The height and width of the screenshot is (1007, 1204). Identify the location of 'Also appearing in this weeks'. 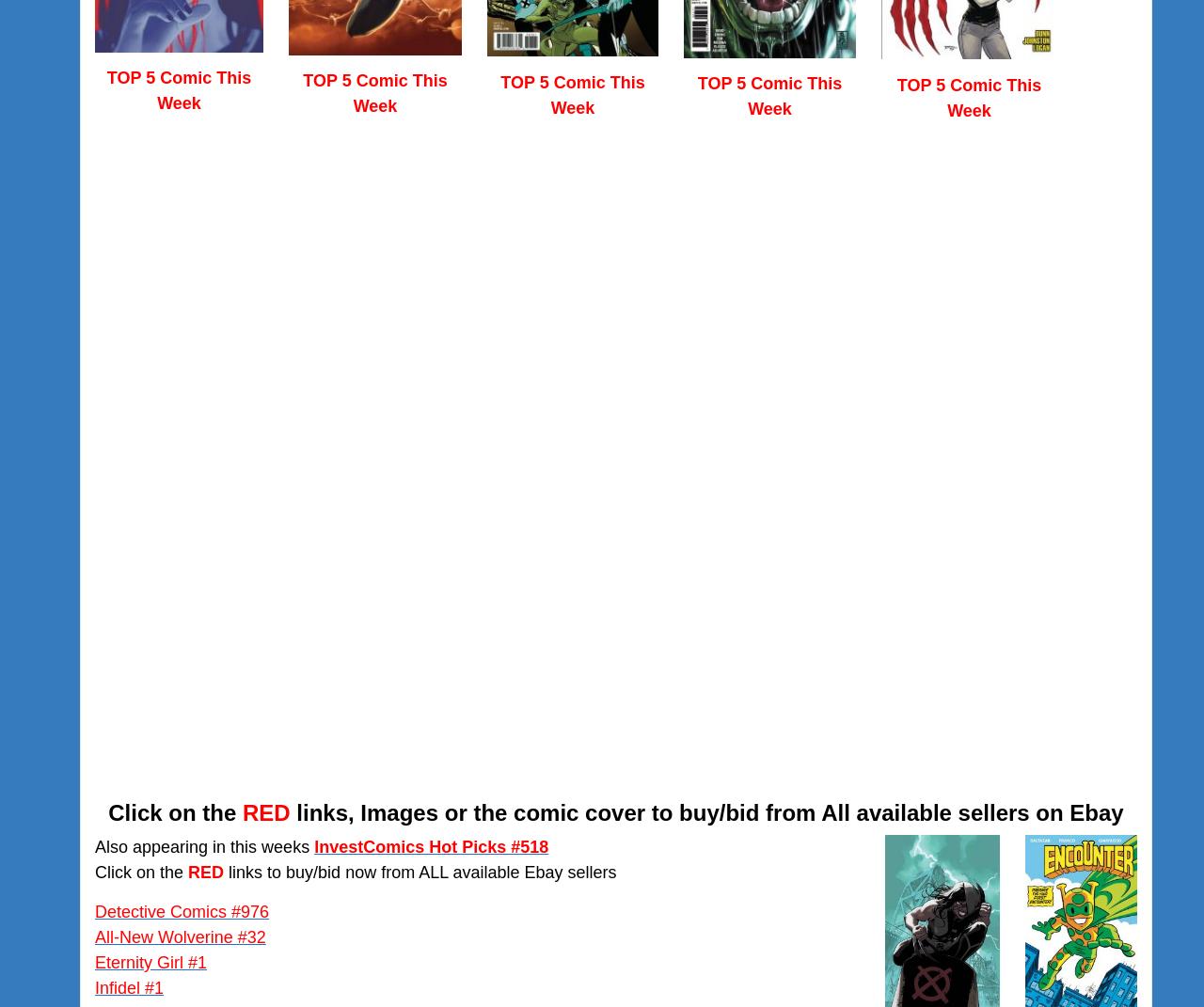
(93, 845).